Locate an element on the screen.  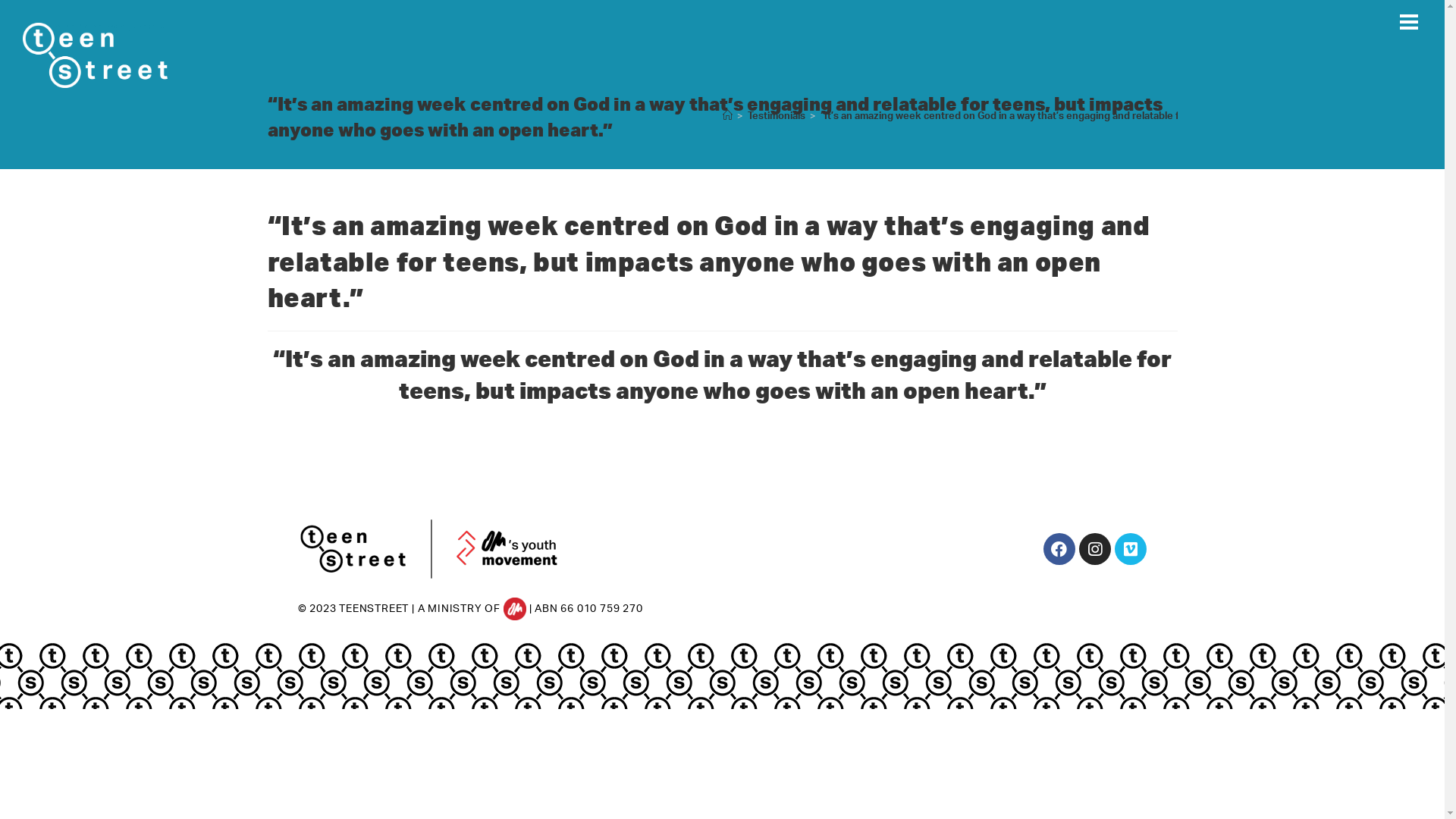
'Testimonials' is located at coordinates (776, 115).